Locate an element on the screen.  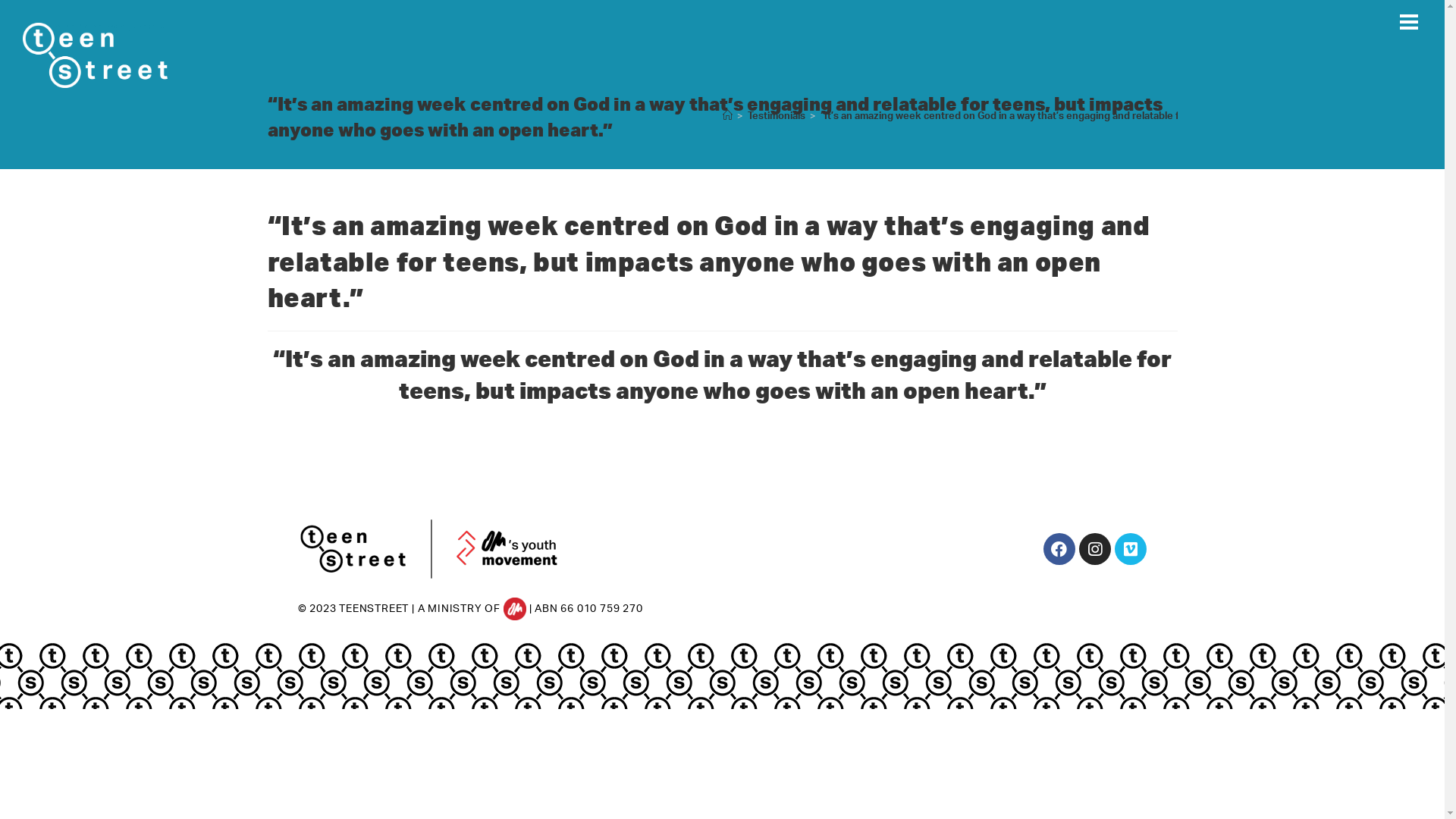
'Testimonials' is located at coordinates (776, 115).